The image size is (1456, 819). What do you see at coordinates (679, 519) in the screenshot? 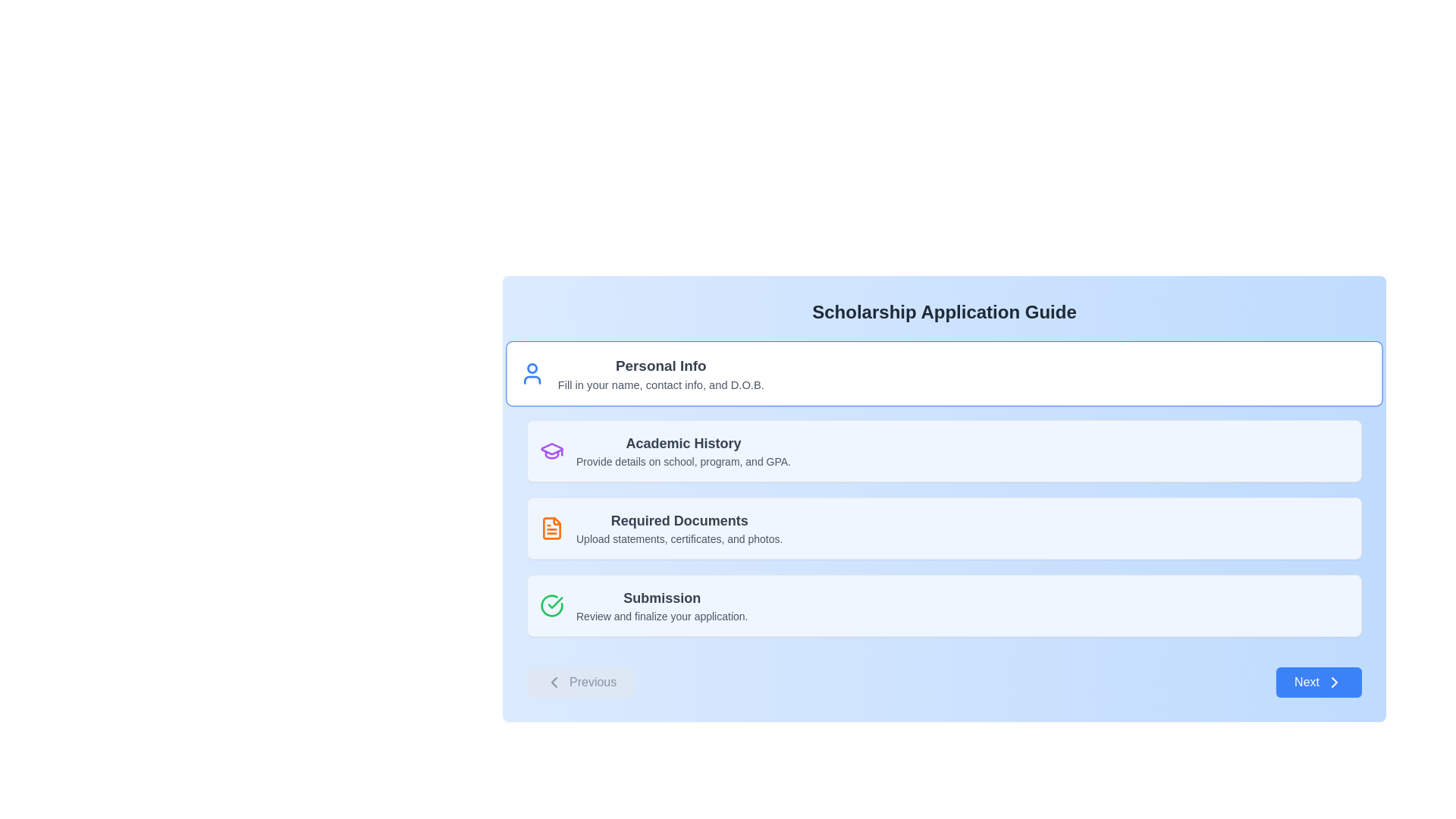
I see `the heading text 'Required Documents' which is centrally positioned above the text 'Upload statements, certificates, and photos'` at bounding box center [679, 519].